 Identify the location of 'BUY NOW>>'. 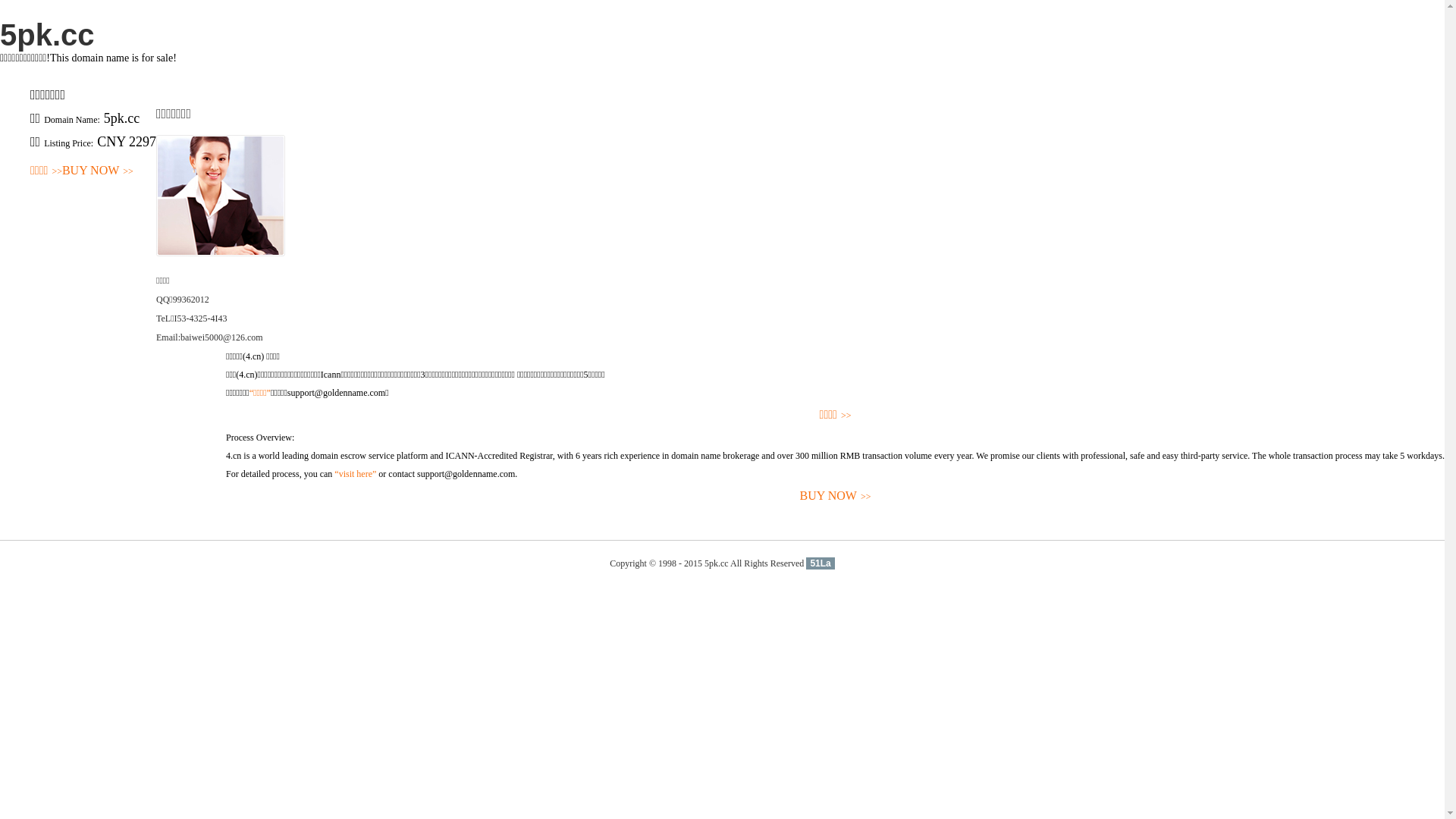
(834, 496).